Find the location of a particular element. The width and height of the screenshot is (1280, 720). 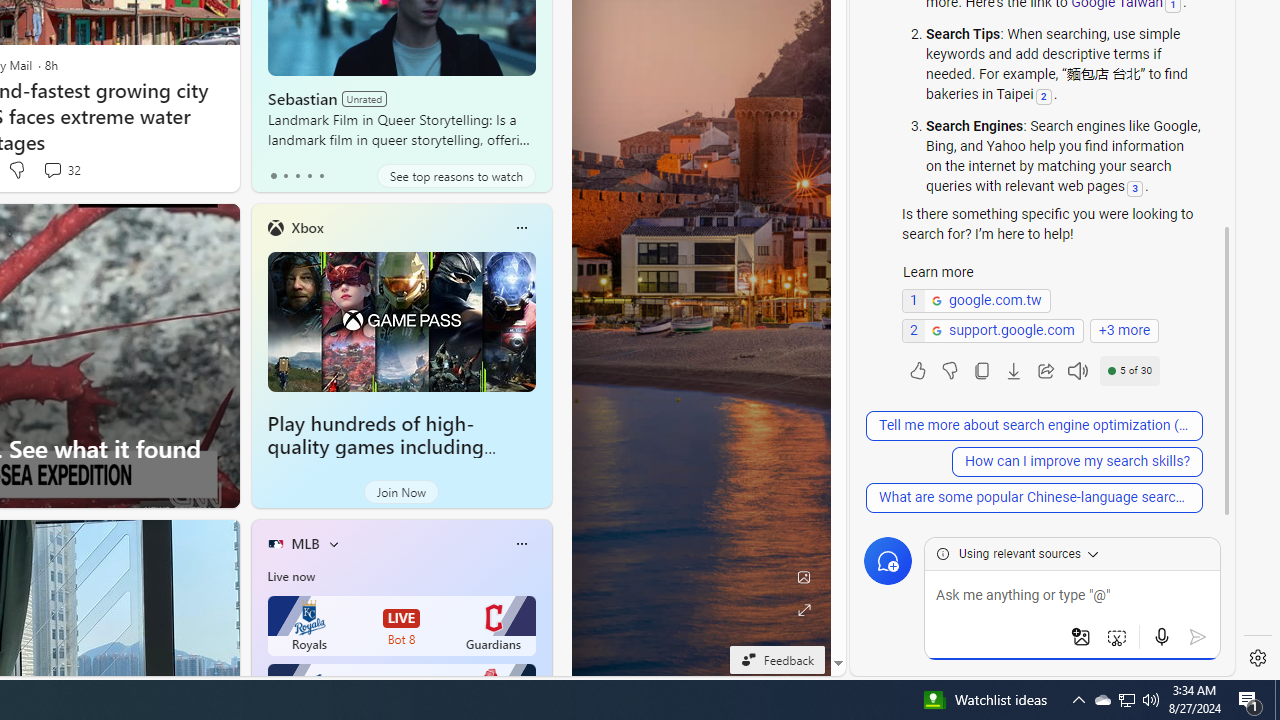

'See top reasons to watch' is located at coordinates (455, 175).